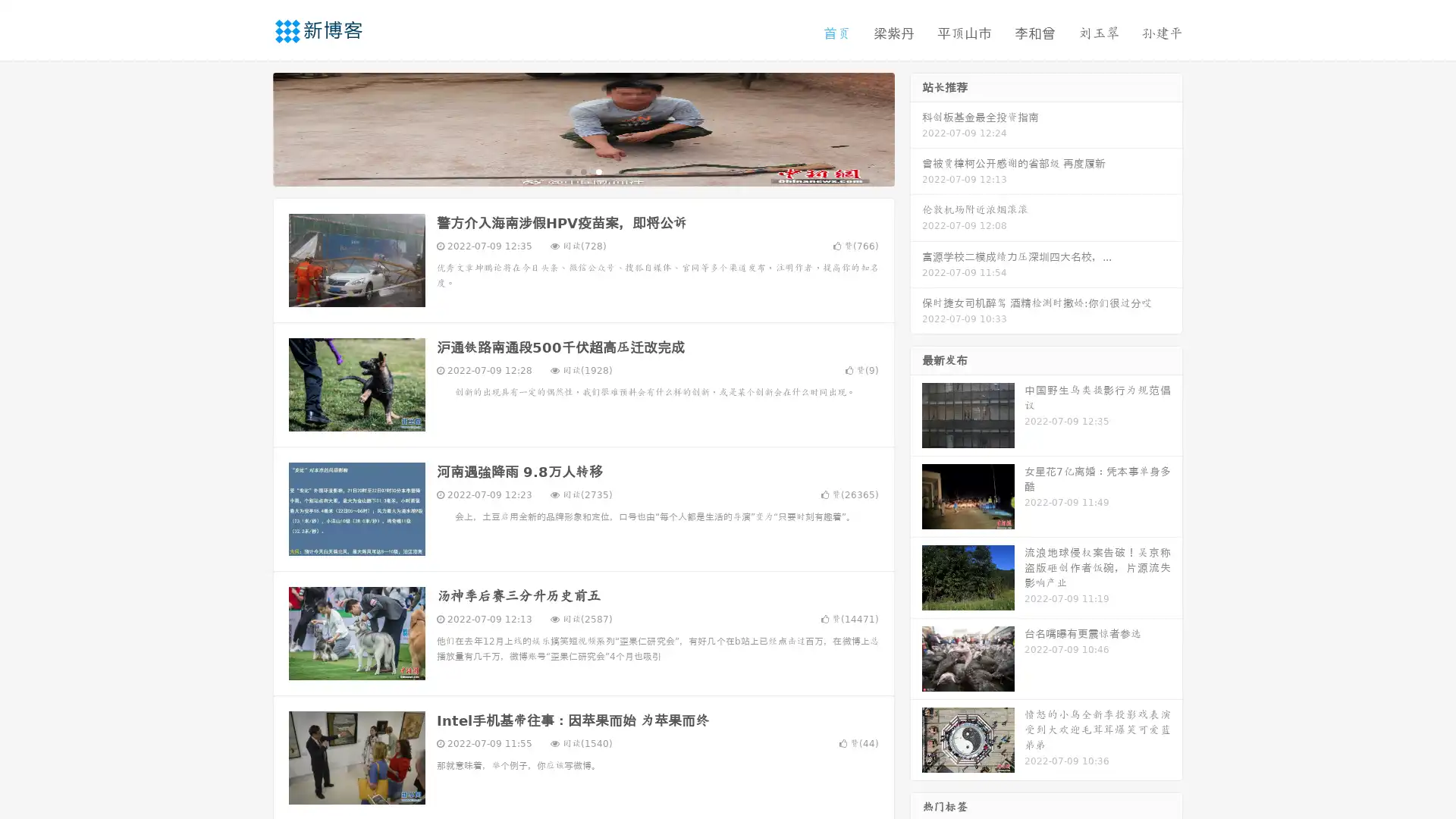  Describe the element at coordinates (598, 171) in the screenshot. I see `Go to slide 3` at that location.